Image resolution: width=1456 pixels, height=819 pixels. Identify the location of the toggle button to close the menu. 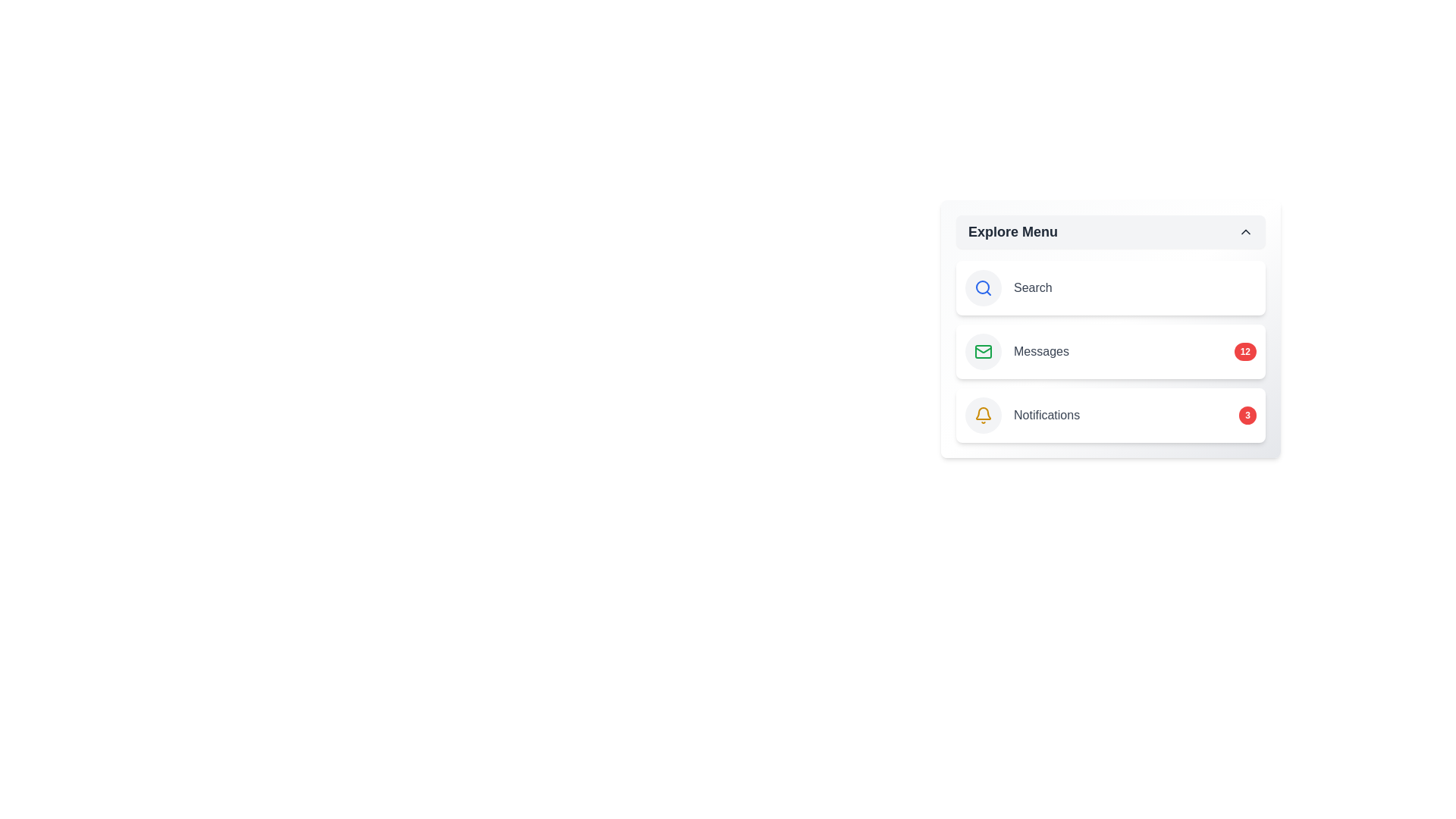
(1110, 231).